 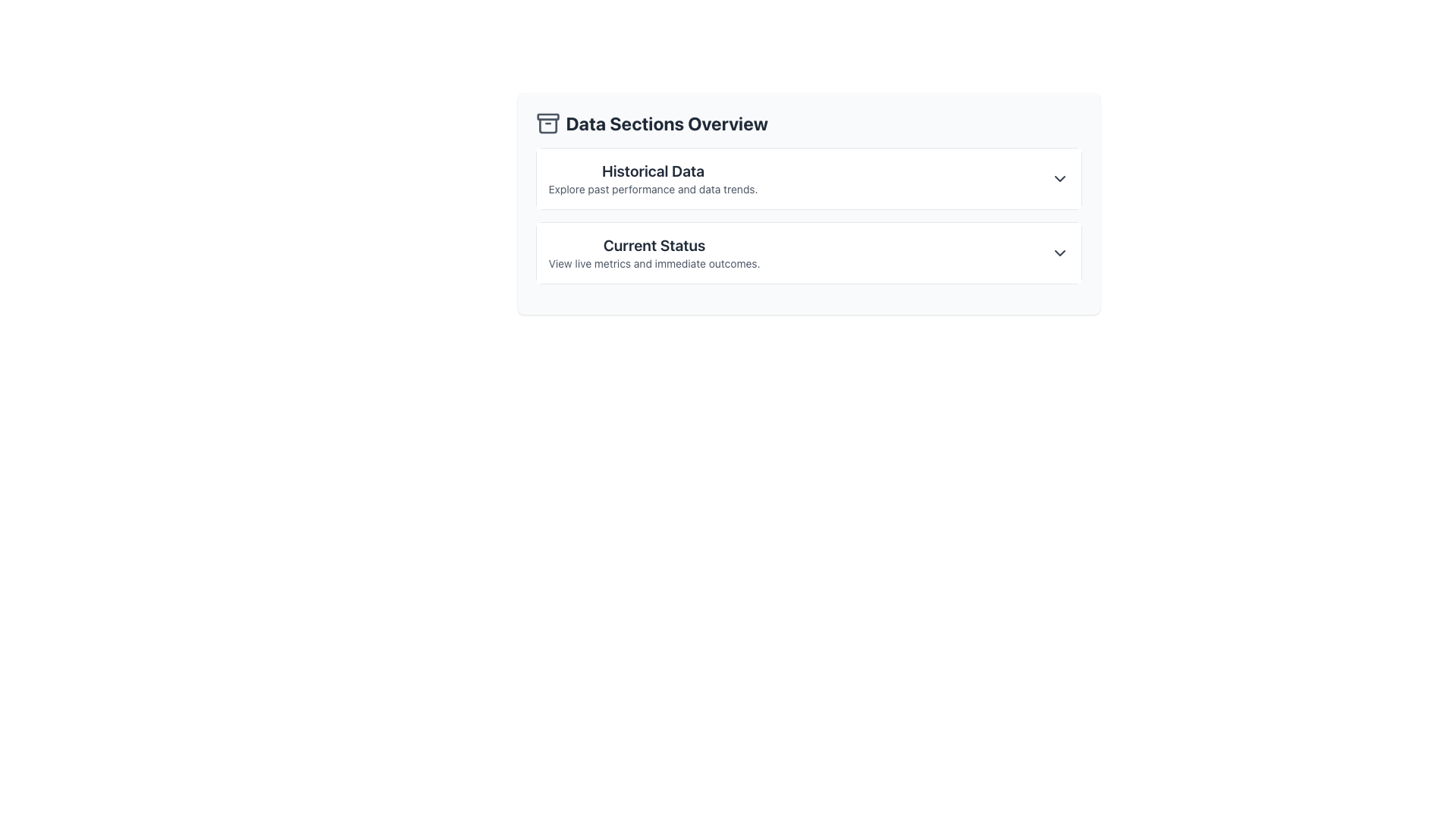 What do you see at coordinates (1059, 177) in the screenshot?
I see `the downward-pointing chevron arrow icon located at the far right of the 'Historical Data' section` at bounding box center [1059, 177].